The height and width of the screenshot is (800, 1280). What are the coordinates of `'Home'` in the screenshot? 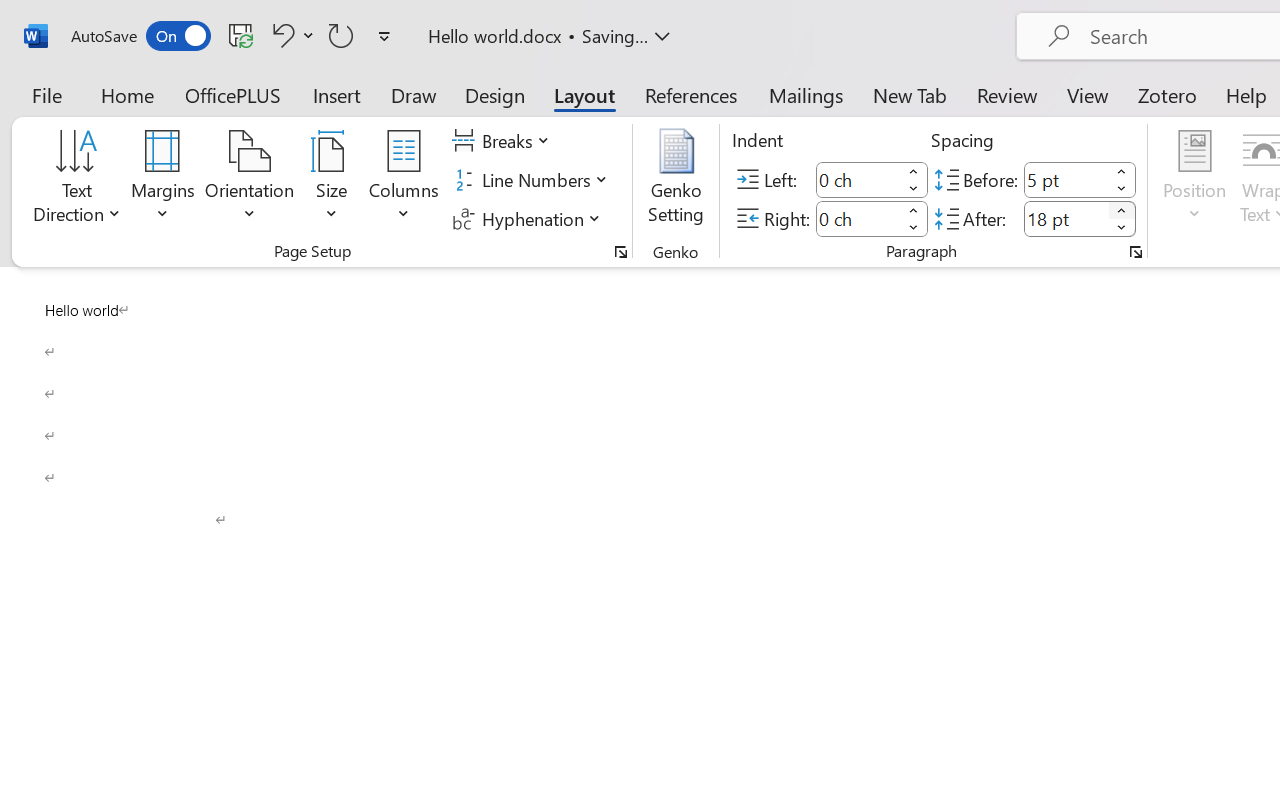 It's located at (127, 94).